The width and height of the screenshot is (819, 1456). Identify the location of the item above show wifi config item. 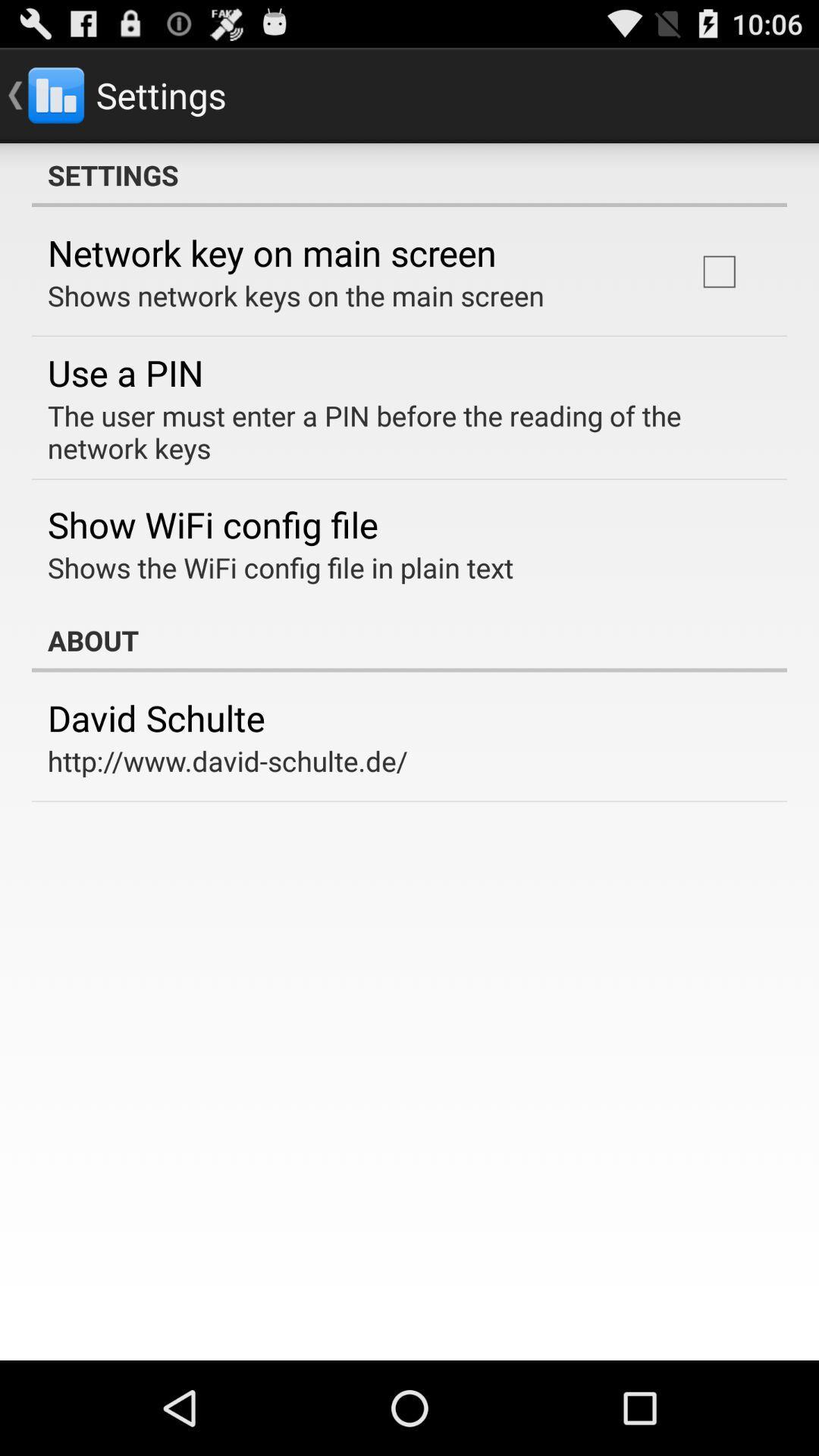
(398, 431).